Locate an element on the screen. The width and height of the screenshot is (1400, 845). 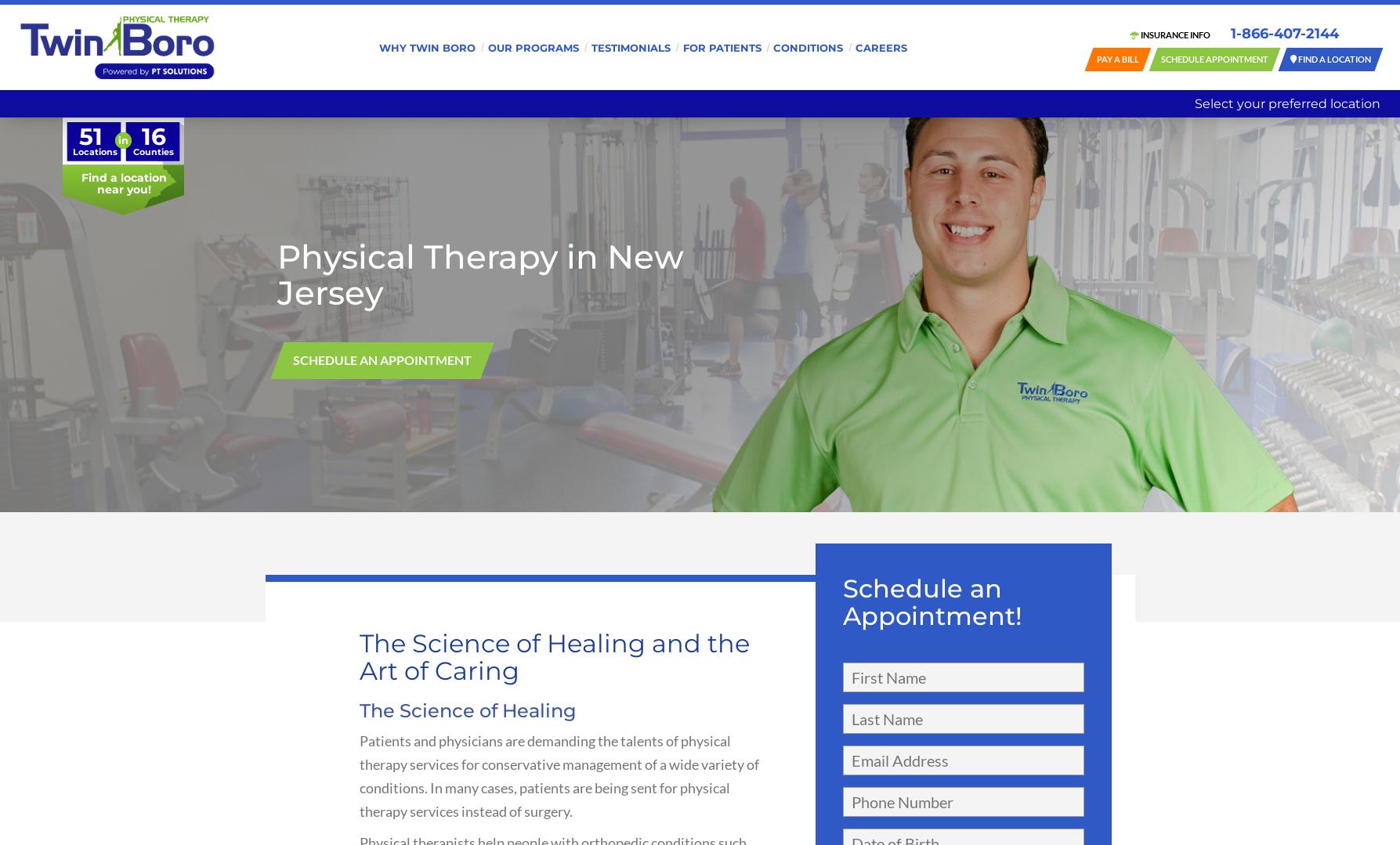
'Geriatric Rehabilitation' is located at coordinates (532, 110).